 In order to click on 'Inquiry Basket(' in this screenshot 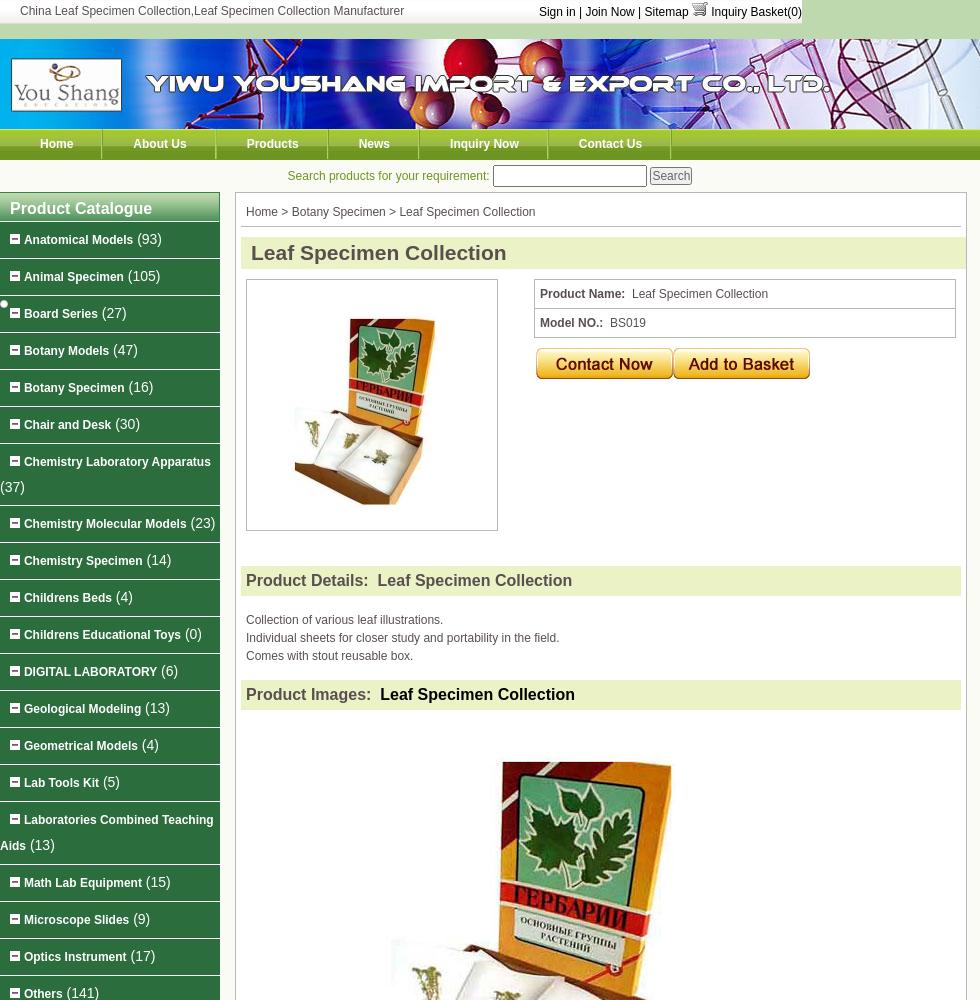, I will do `click(750, 12)`.